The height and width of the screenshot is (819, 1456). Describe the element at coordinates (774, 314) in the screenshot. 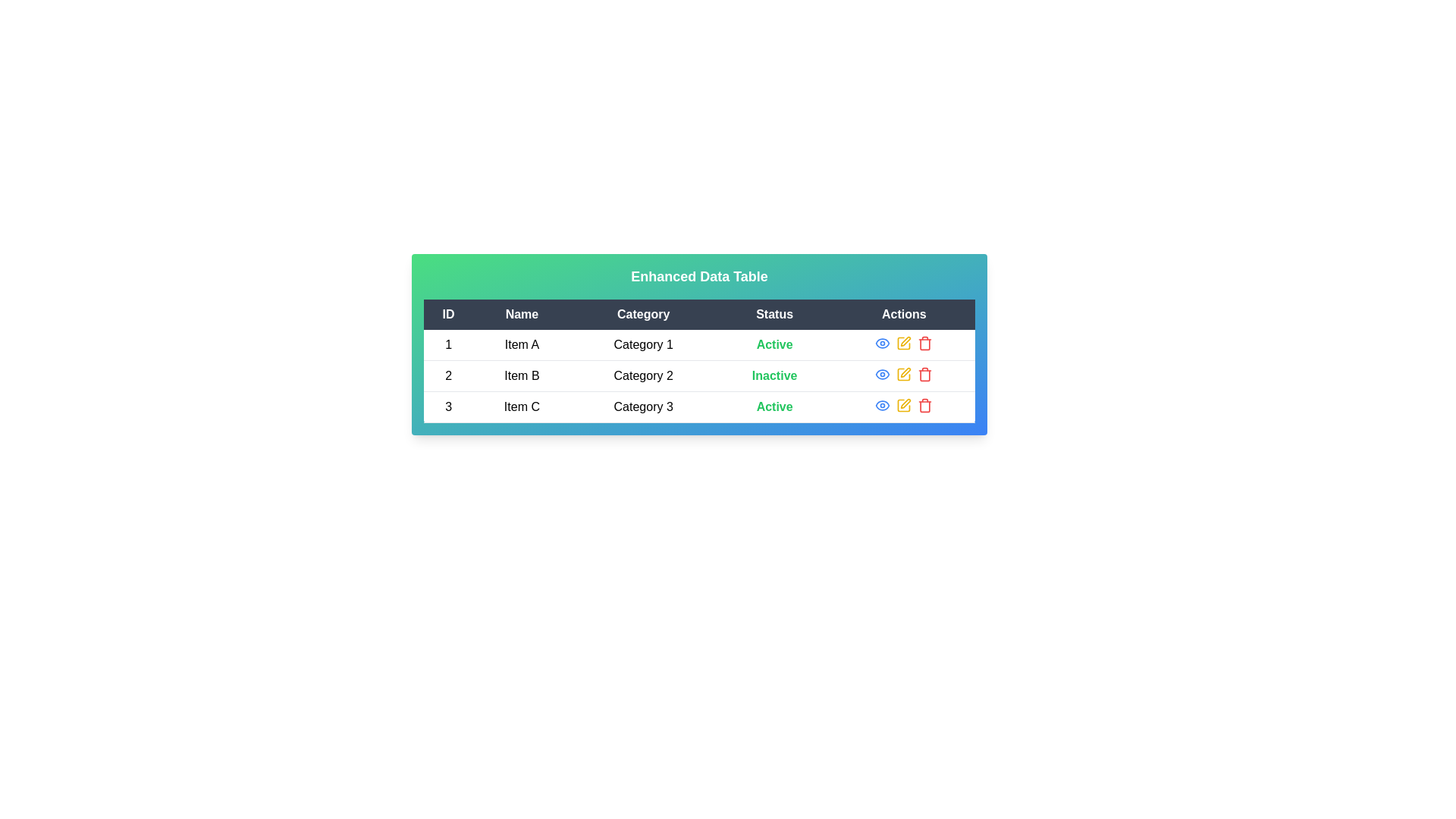

I see `the column header 'Status' to sort the rows by that column` at that location.